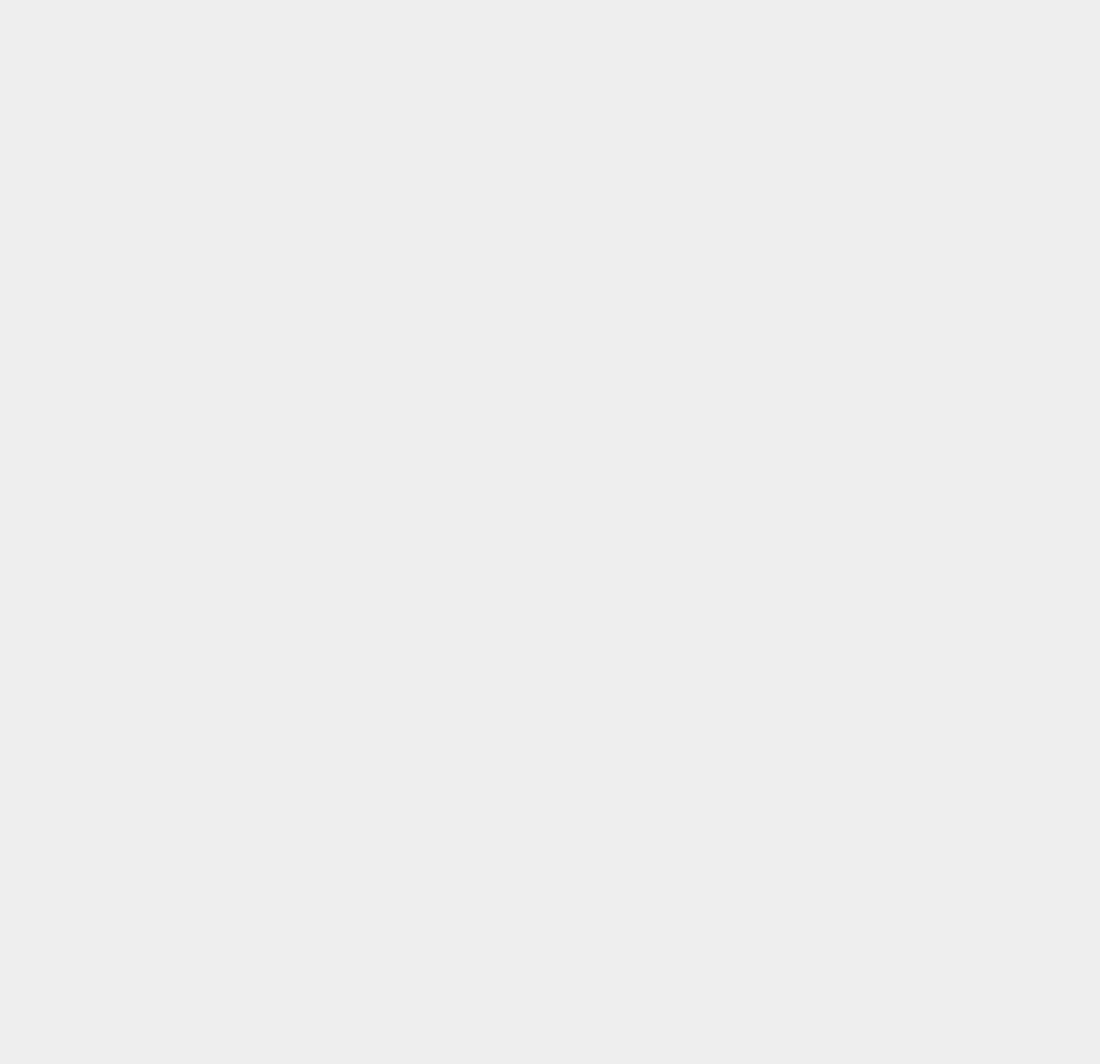  What do you see at coordinates (778, 698) in the screenshot?
I see `'iOS 16'` at bounding box center [778, 698].